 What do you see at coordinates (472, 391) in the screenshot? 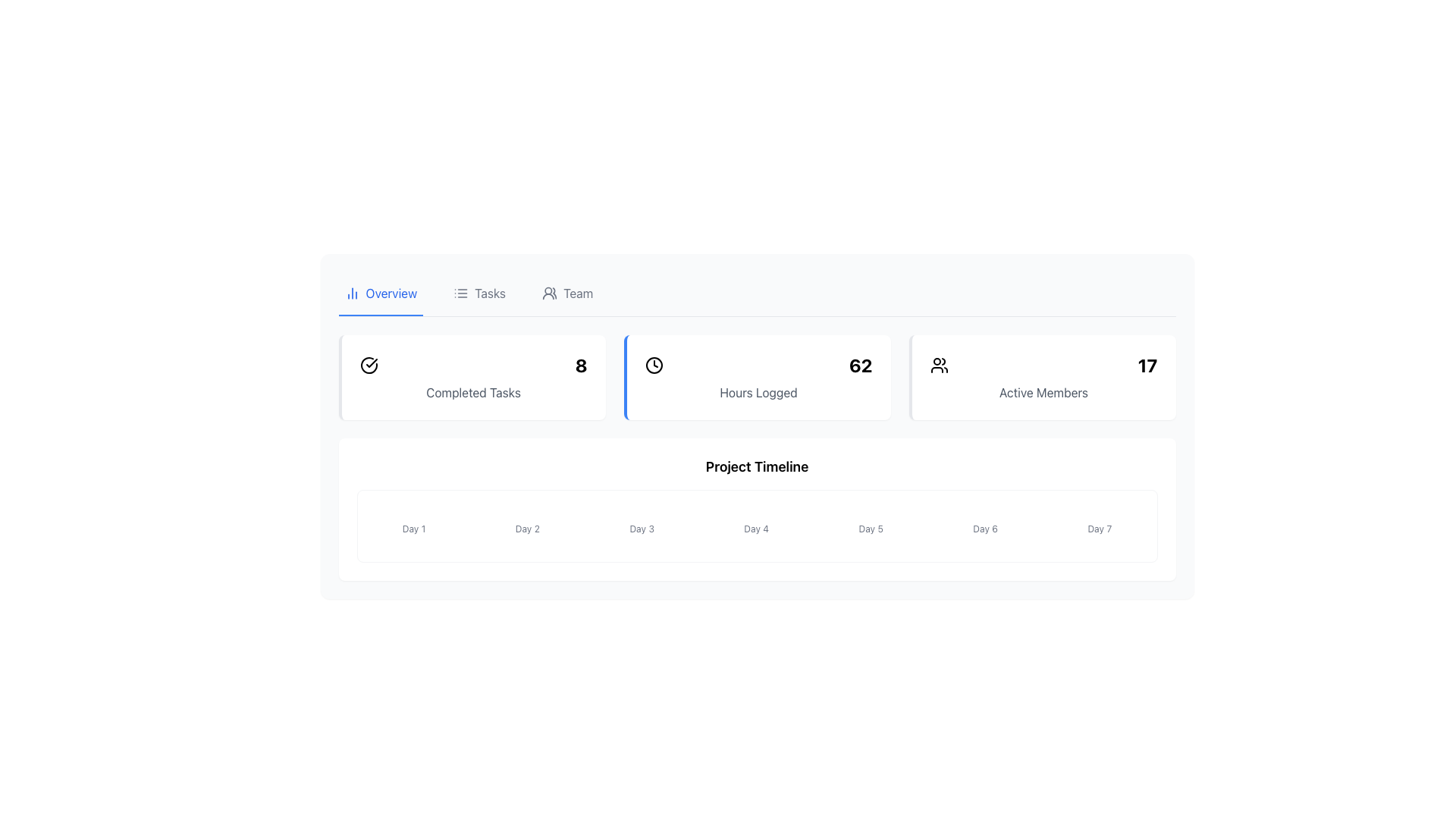
I see `the descriptive label located beneath the large number '8' within the rectangular card that has a green left border` at bounding box center [472, 391].